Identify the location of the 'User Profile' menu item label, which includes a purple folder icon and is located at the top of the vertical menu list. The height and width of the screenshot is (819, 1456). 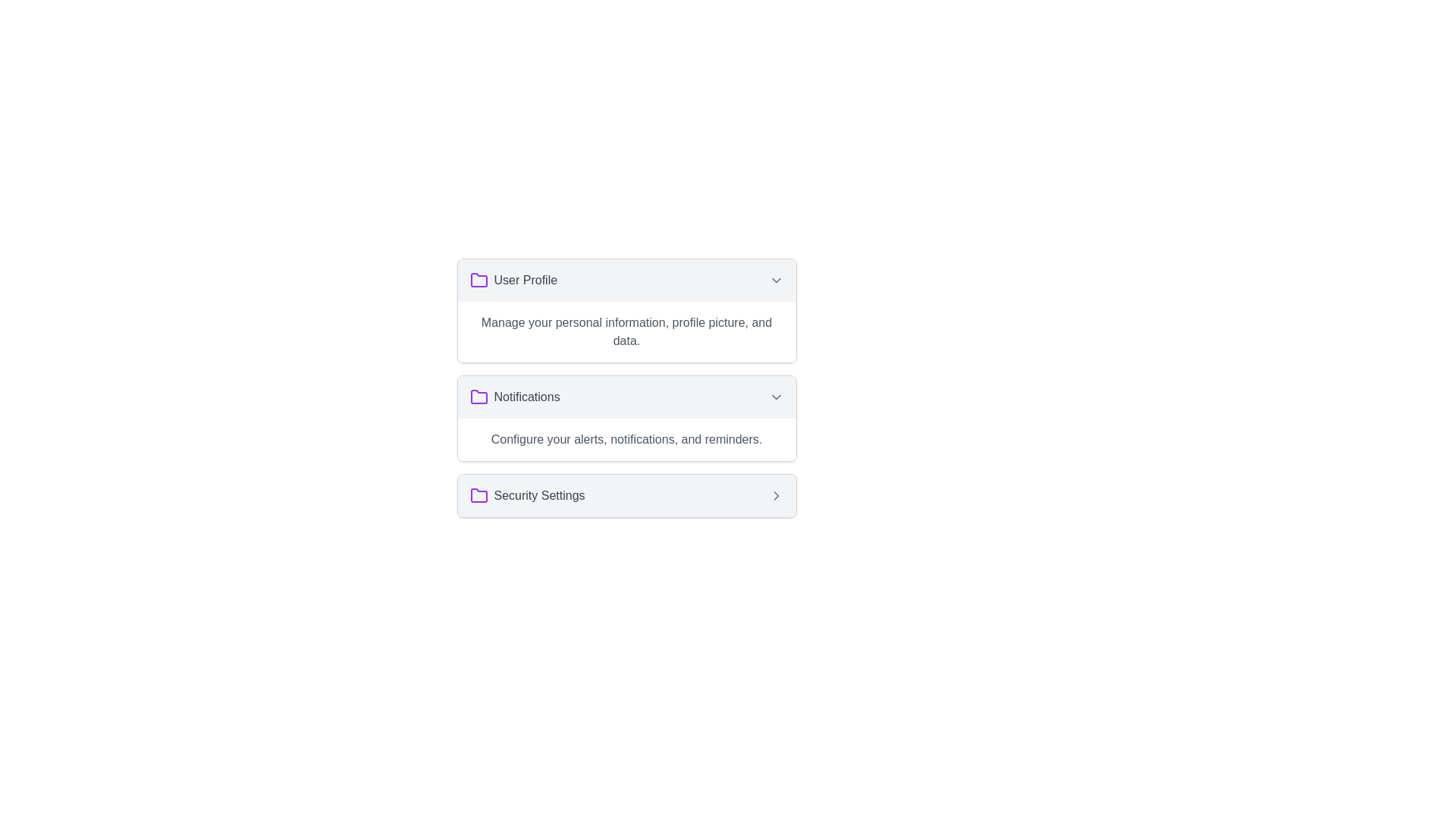
(513, 281).